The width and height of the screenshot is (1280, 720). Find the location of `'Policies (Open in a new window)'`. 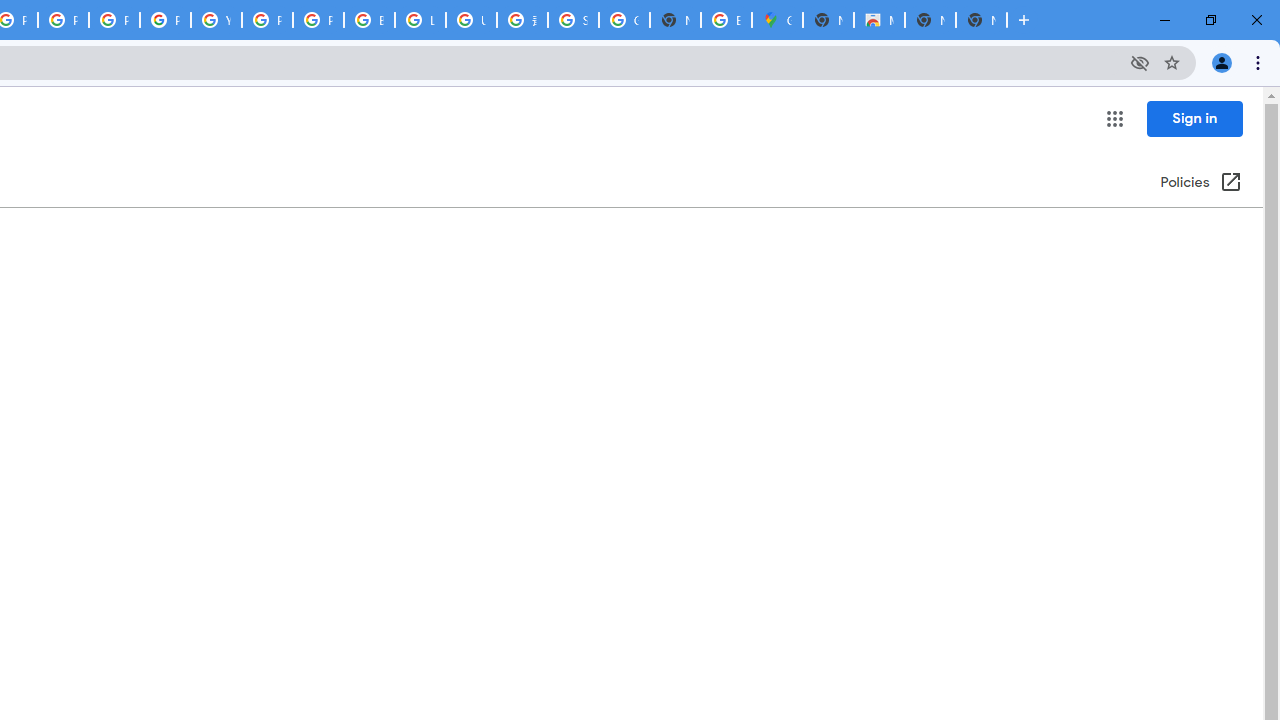

'Policies (Open in a new window)' is located at coordinates (1200, 183).